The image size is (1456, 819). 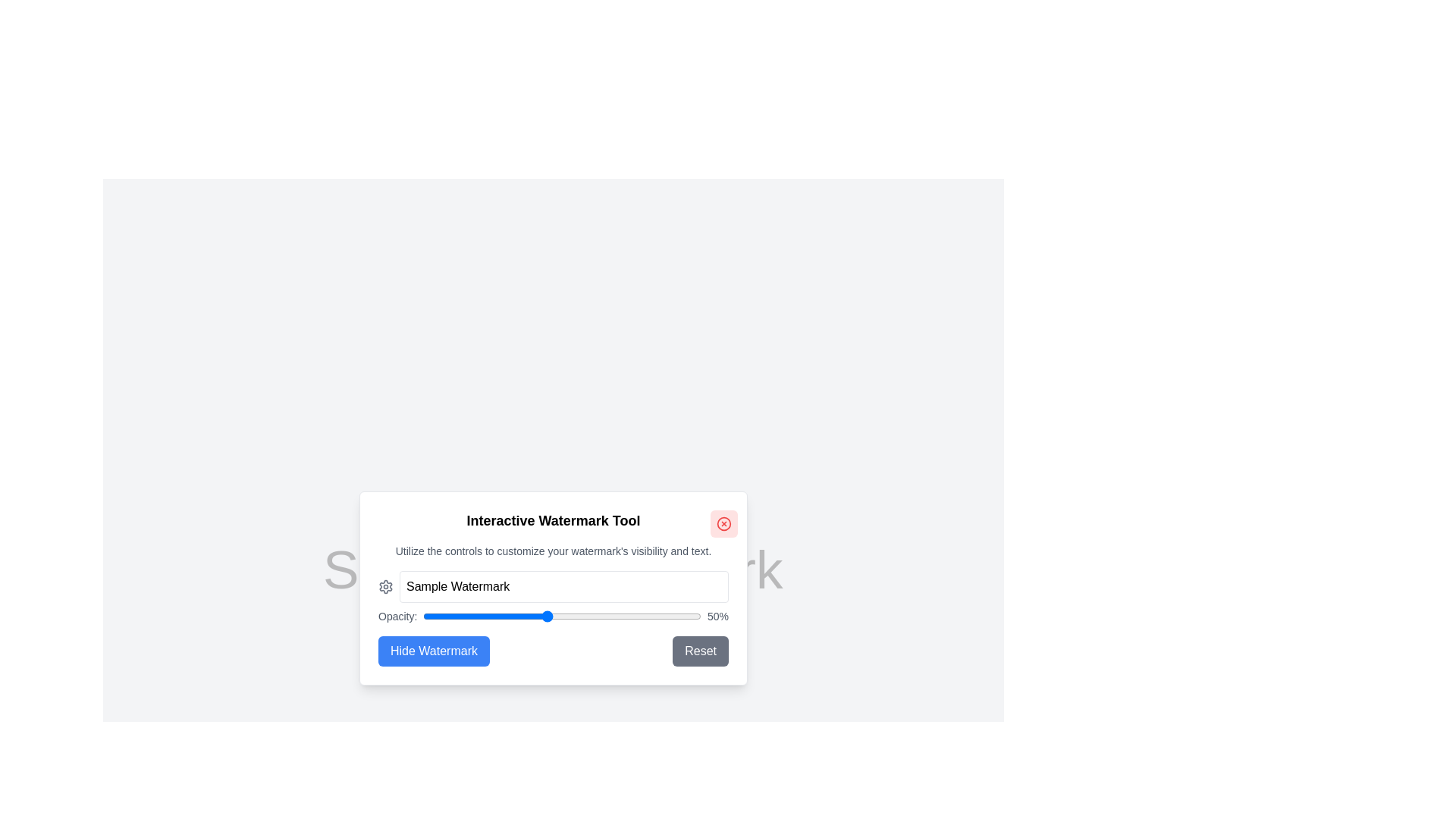 What do you see at coordinates (433, 651) in the screenshot?
I see `the button located in the lower-left portion of the 'Interactive Watermark Tool' modal dialog to hide the watermark` at bounding box center [433, 651].